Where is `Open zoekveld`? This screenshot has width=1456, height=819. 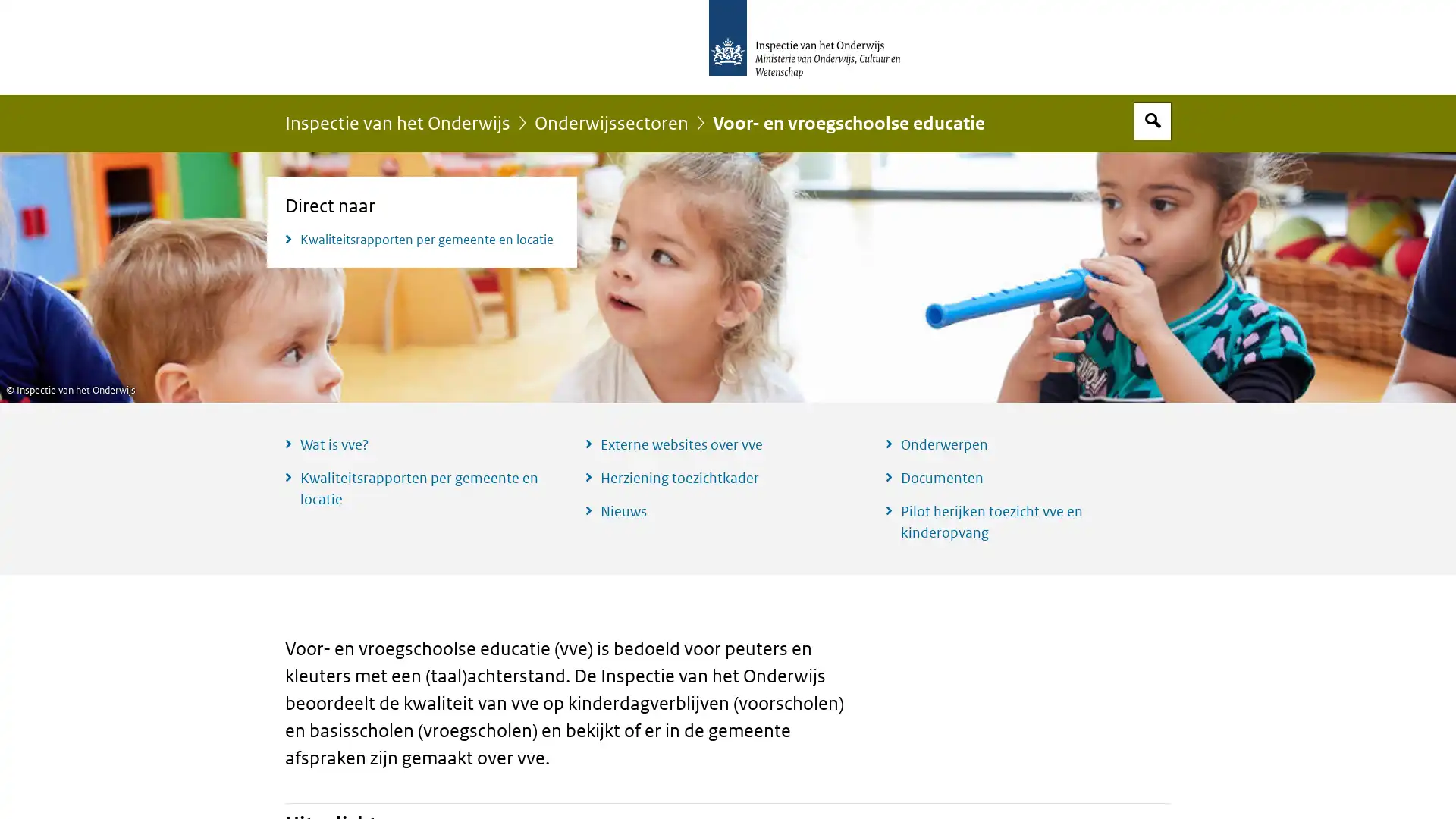 Open zoekveld is located at coordinates (1153, 120).